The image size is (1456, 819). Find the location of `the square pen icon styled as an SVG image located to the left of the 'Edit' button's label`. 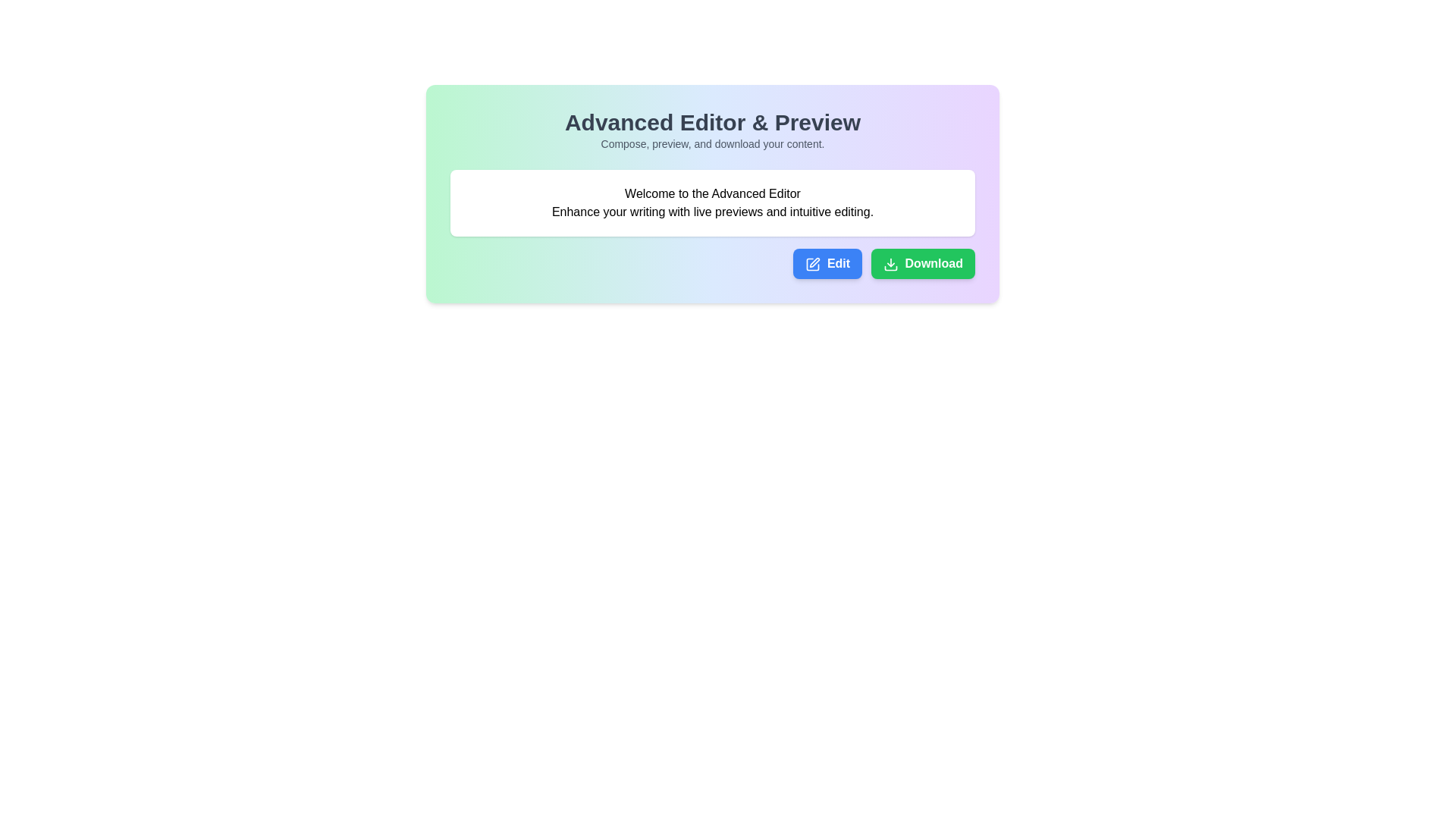

the square pen icon styled as an SVG image located to the left of the 'Edit' button's label is located at coordinates (812, 263).